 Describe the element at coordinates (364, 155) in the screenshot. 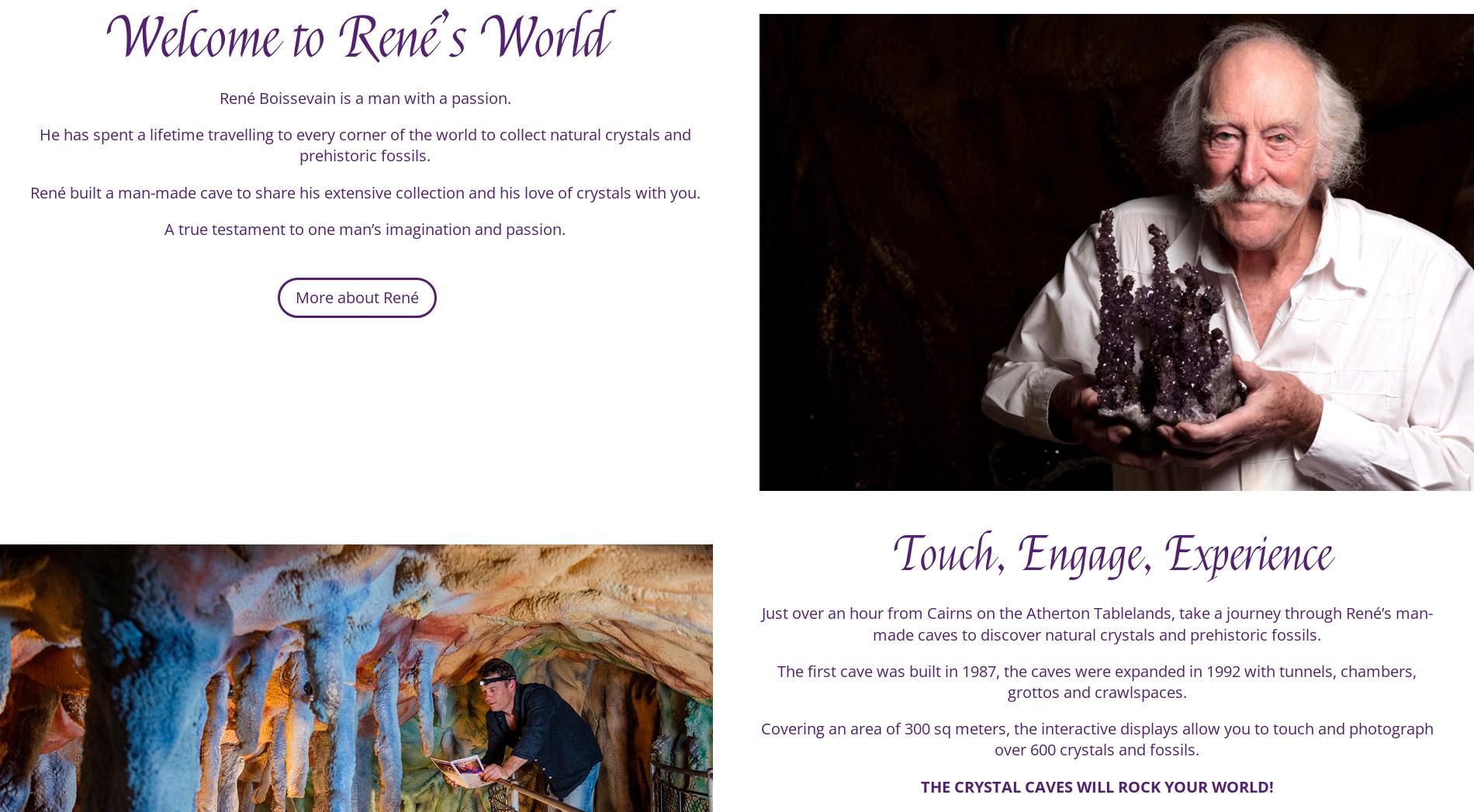

I see `'He has spent a lifetime travelling to every corner of the world to collect natural crystals and prehistoric fossils.'` at that location.